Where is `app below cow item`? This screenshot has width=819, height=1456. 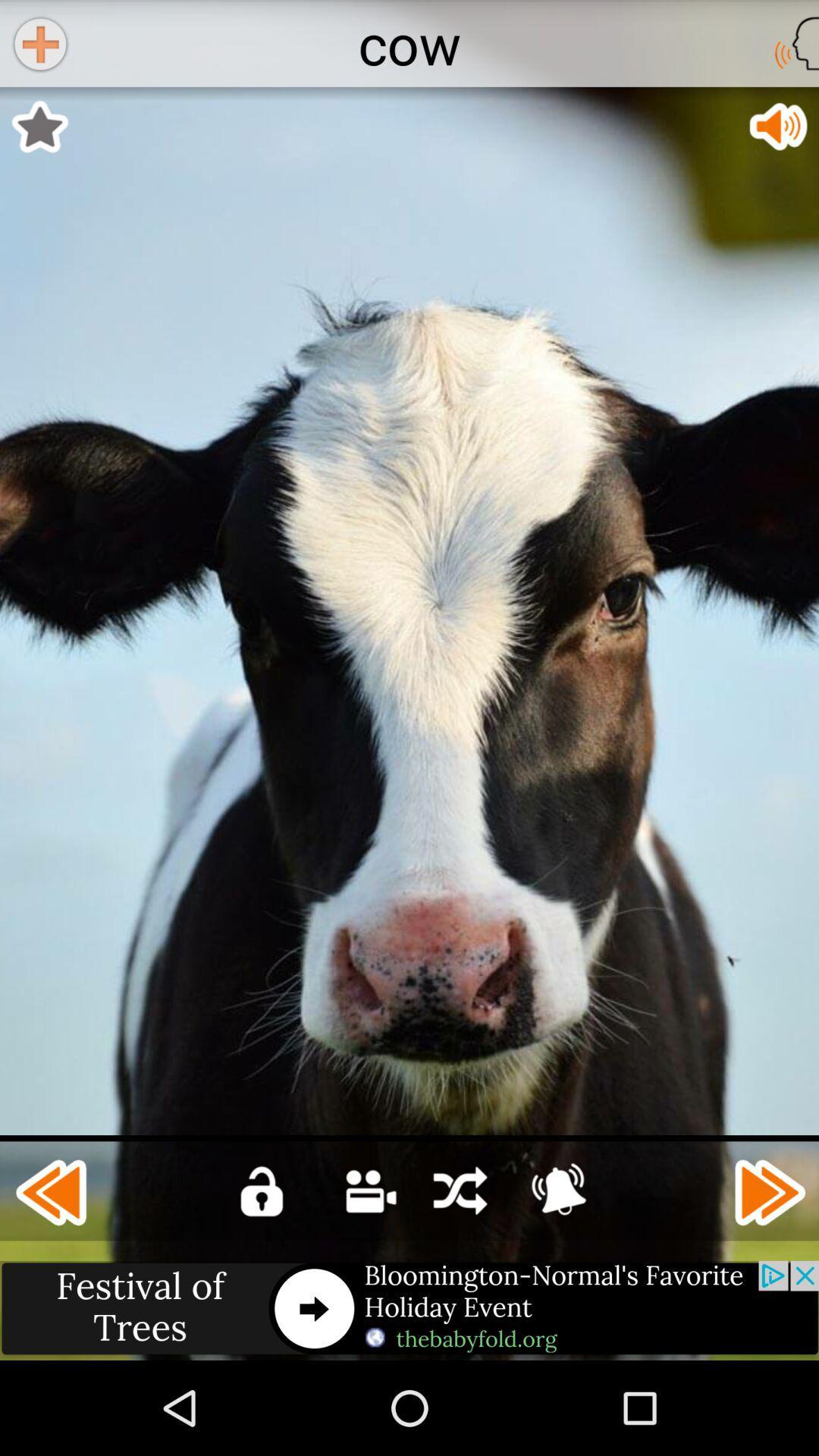
app below cow item is located at coordinates (779, 127).